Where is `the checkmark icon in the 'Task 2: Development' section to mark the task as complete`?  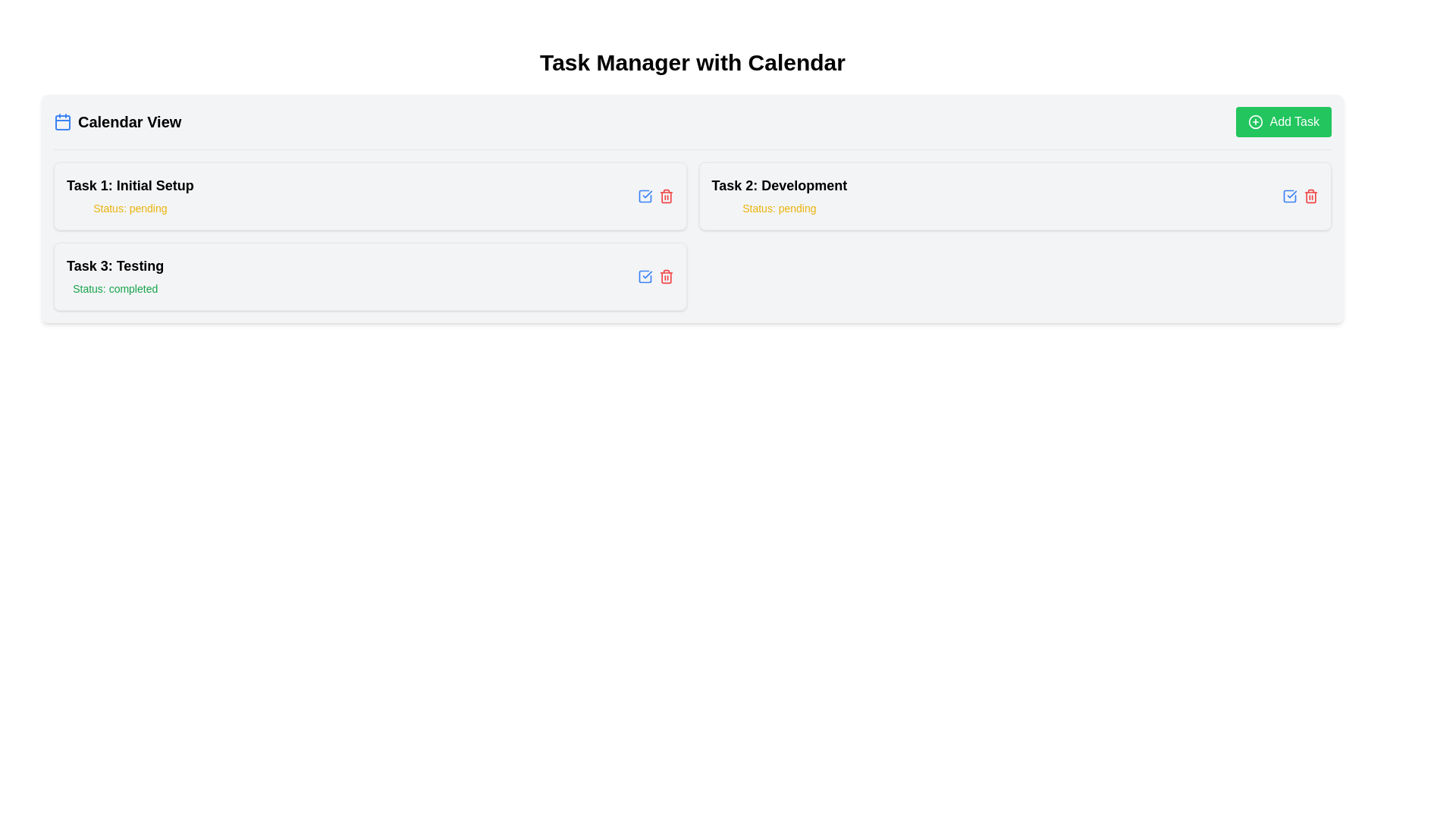
the checkmark icon in the 'Task 2: Development' section to mark the task as complete is located at coordinates (1288, 195).